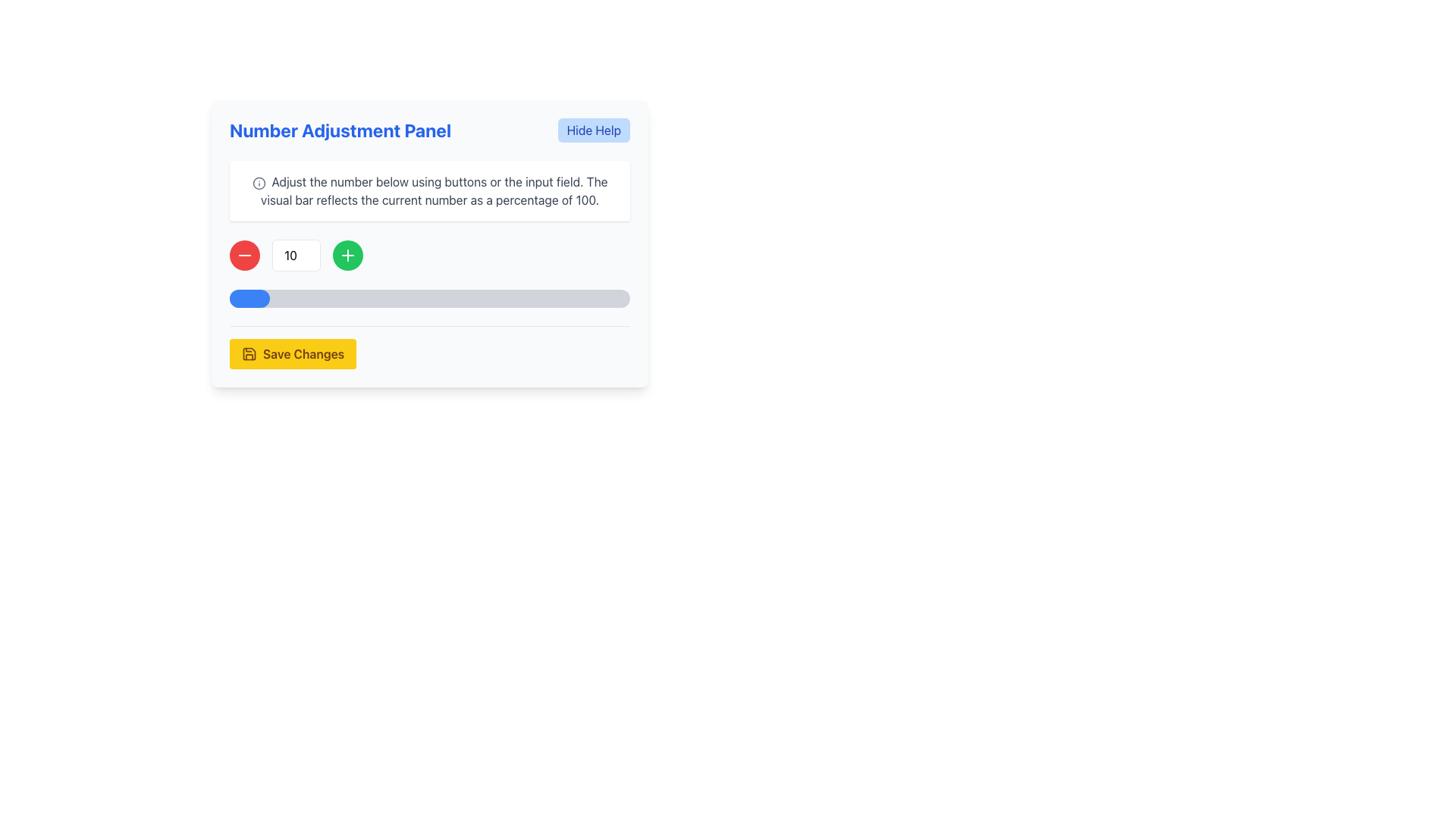 This screenshot has height=819, width=1456. Describe the element at coordinates (428, 298) in the screenshot. I see `the horizontal progress bar with rounded ends, which has a light gray background and a blue filled portion representing 10% progression, located within the 'Number Adjustment Panel' below the number input section` at that location.